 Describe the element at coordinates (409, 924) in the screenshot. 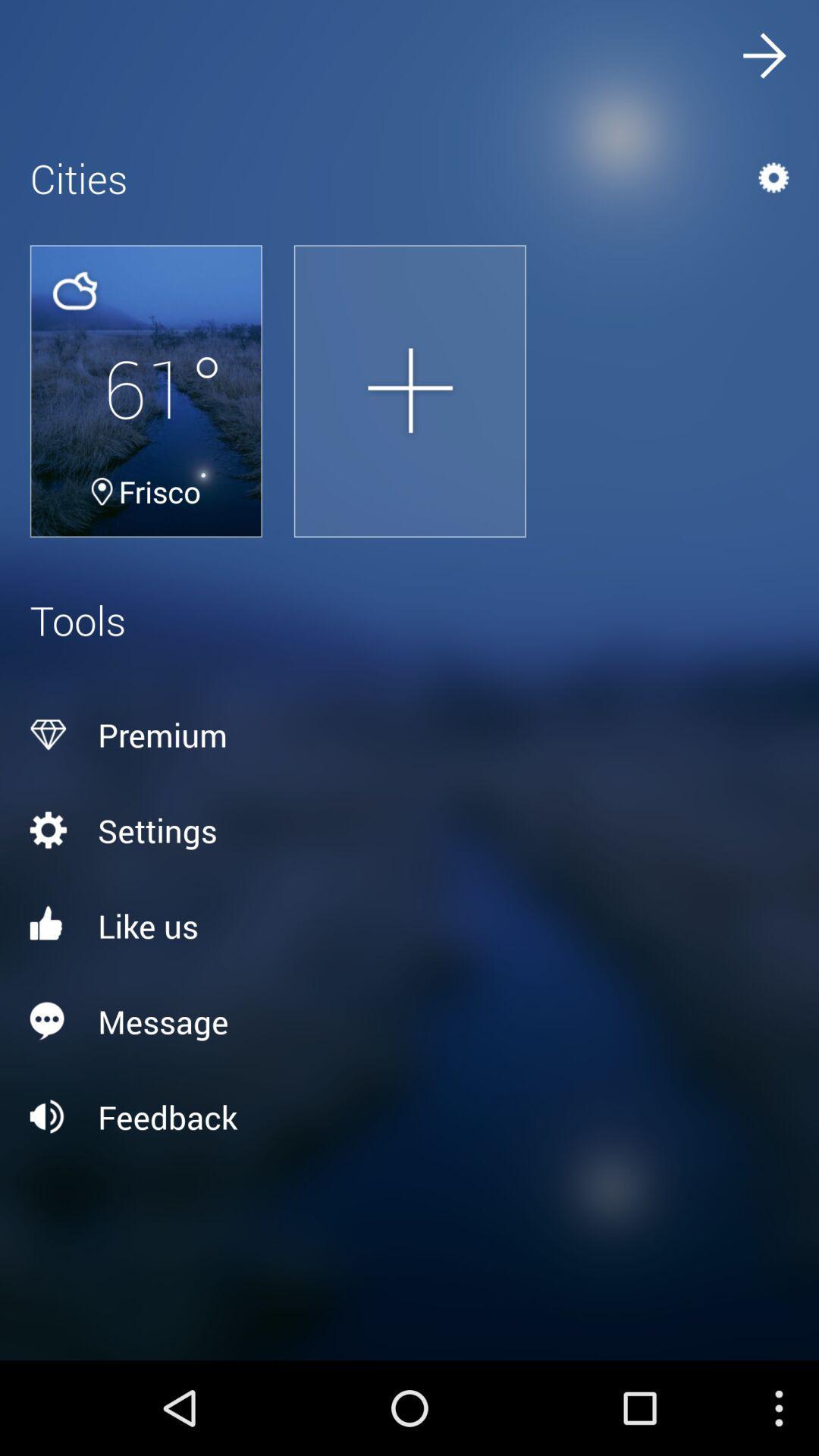

I see `like us option` at that location.